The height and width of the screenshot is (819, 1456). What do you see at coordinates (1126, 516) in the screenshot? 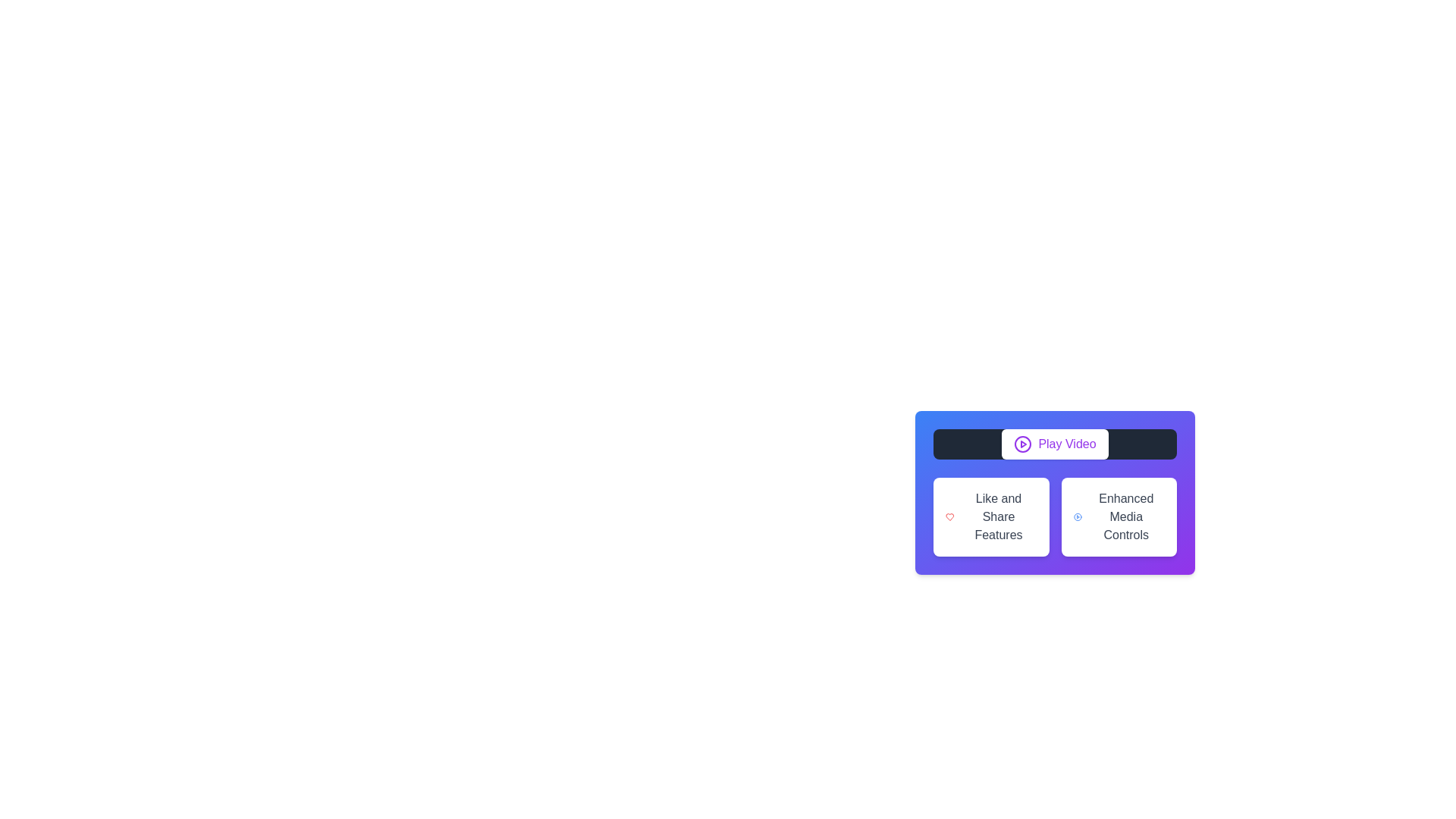
I see `the informational label displaying 'Enhanced Media Controls', which is styled with a gray color and located adjacent to a play button icon` at bounding box center [1126, 516].